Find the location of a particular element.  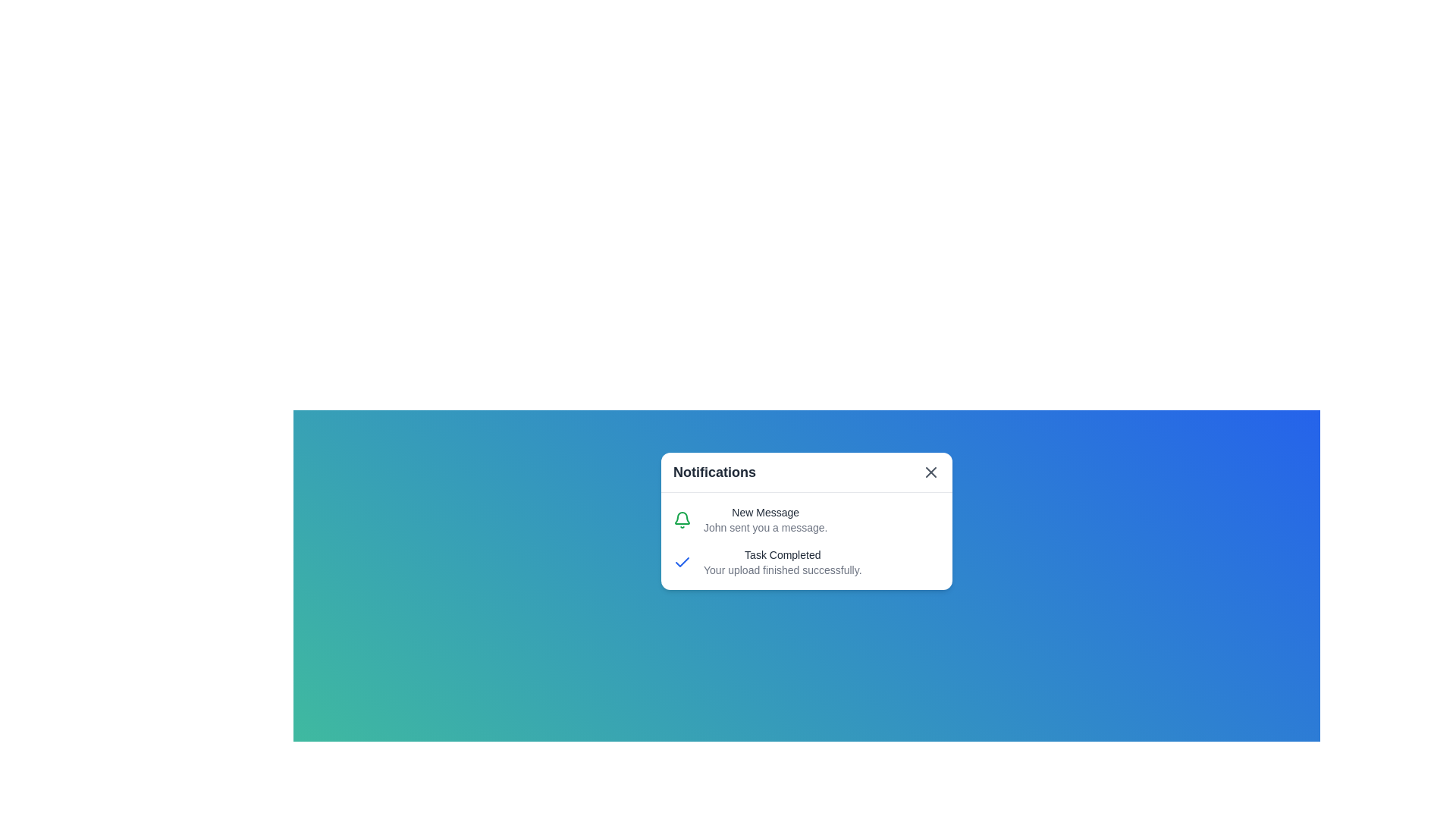

the notification status by interacting with the bell icon, which signifies alerts related to messages, positioned next to the 'New Message' section is located at coordinates (682, 519).